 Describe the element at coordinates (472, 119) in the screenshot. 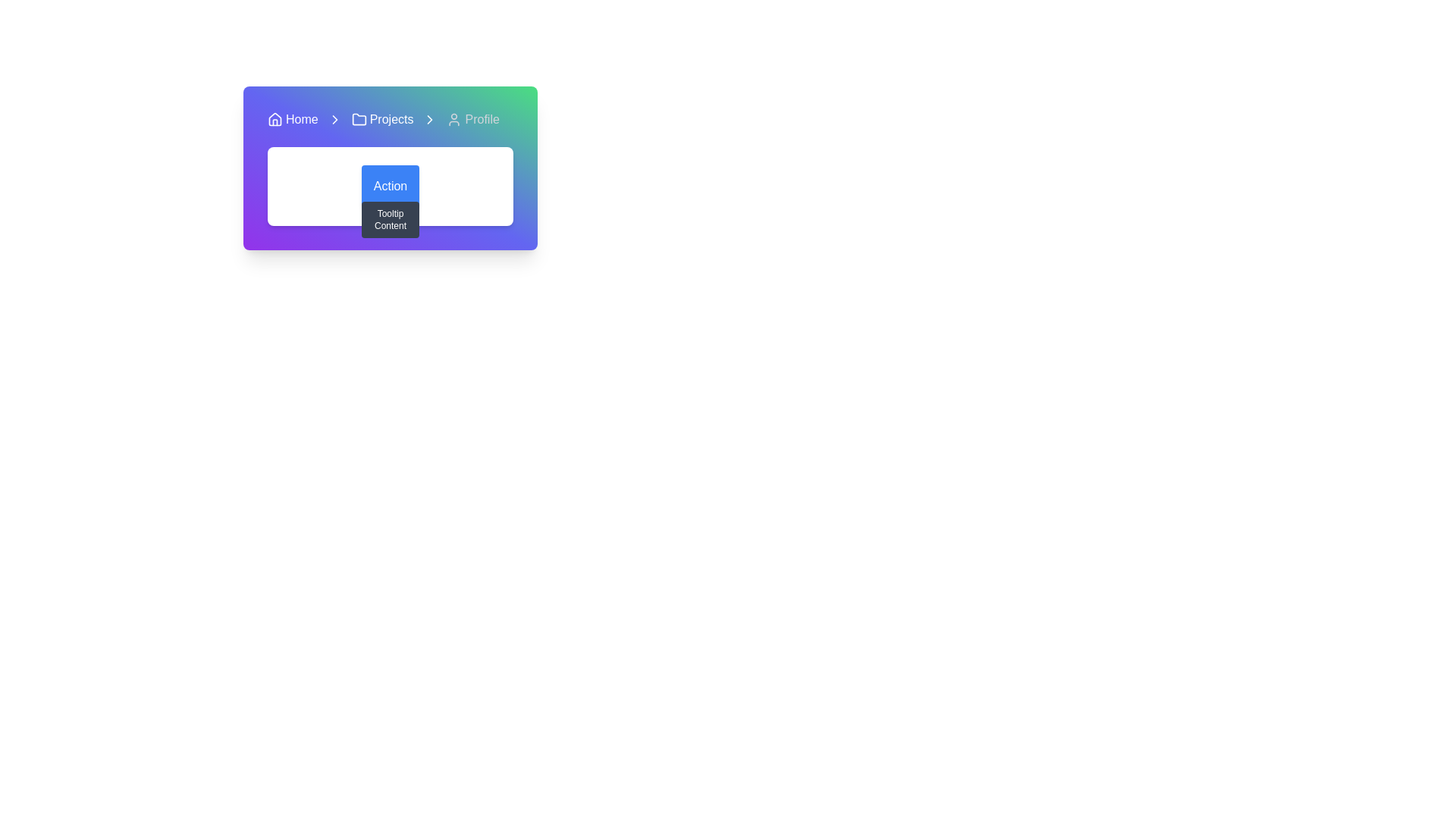

I see `the navigation link for the user's profile section, which is the third item from the left in the horizontal breadcrumb navigation` at that location.